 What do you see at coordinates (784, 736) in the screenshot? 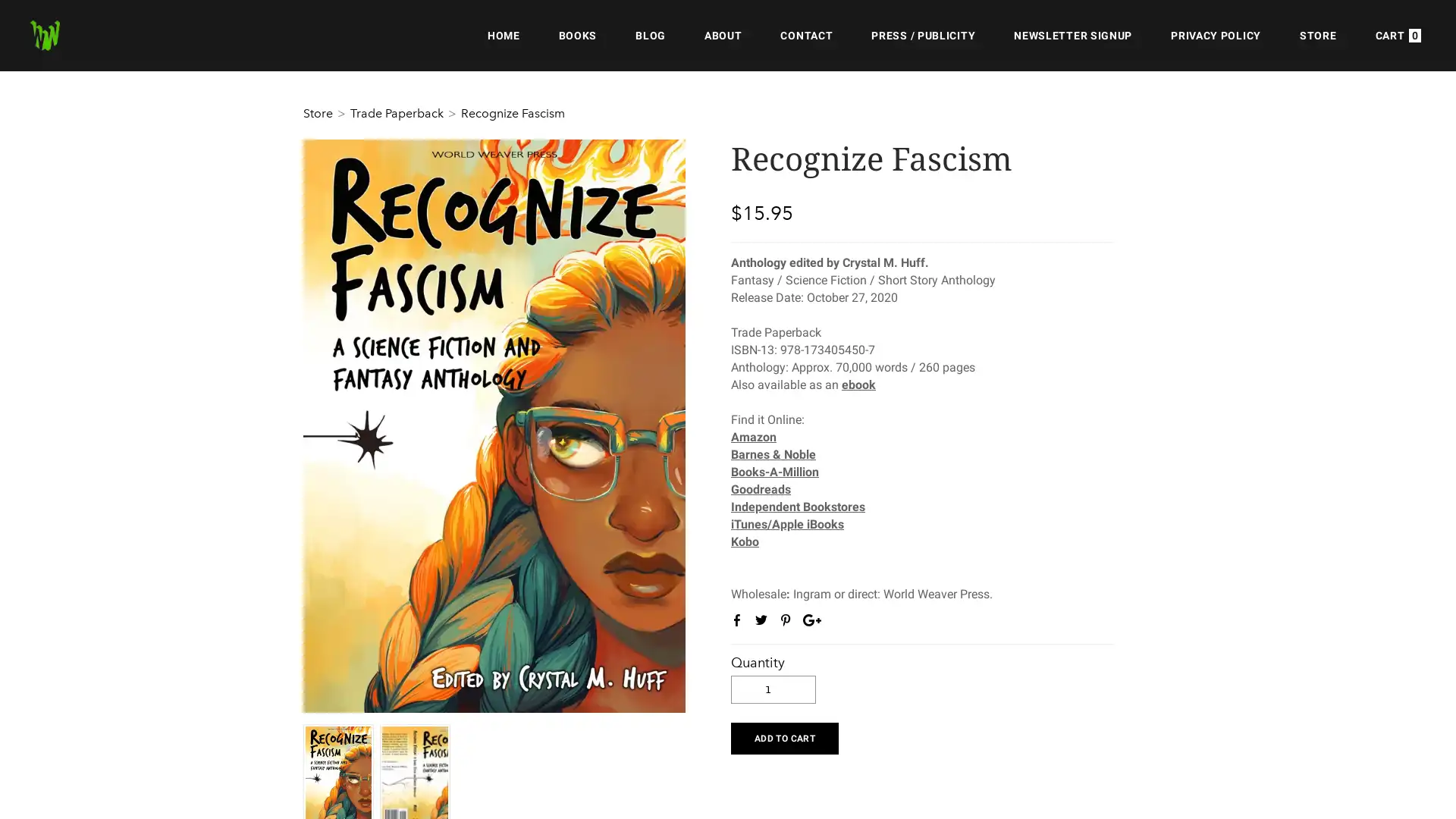
I see `ADD TO CART` at bounding box center [784, 736].